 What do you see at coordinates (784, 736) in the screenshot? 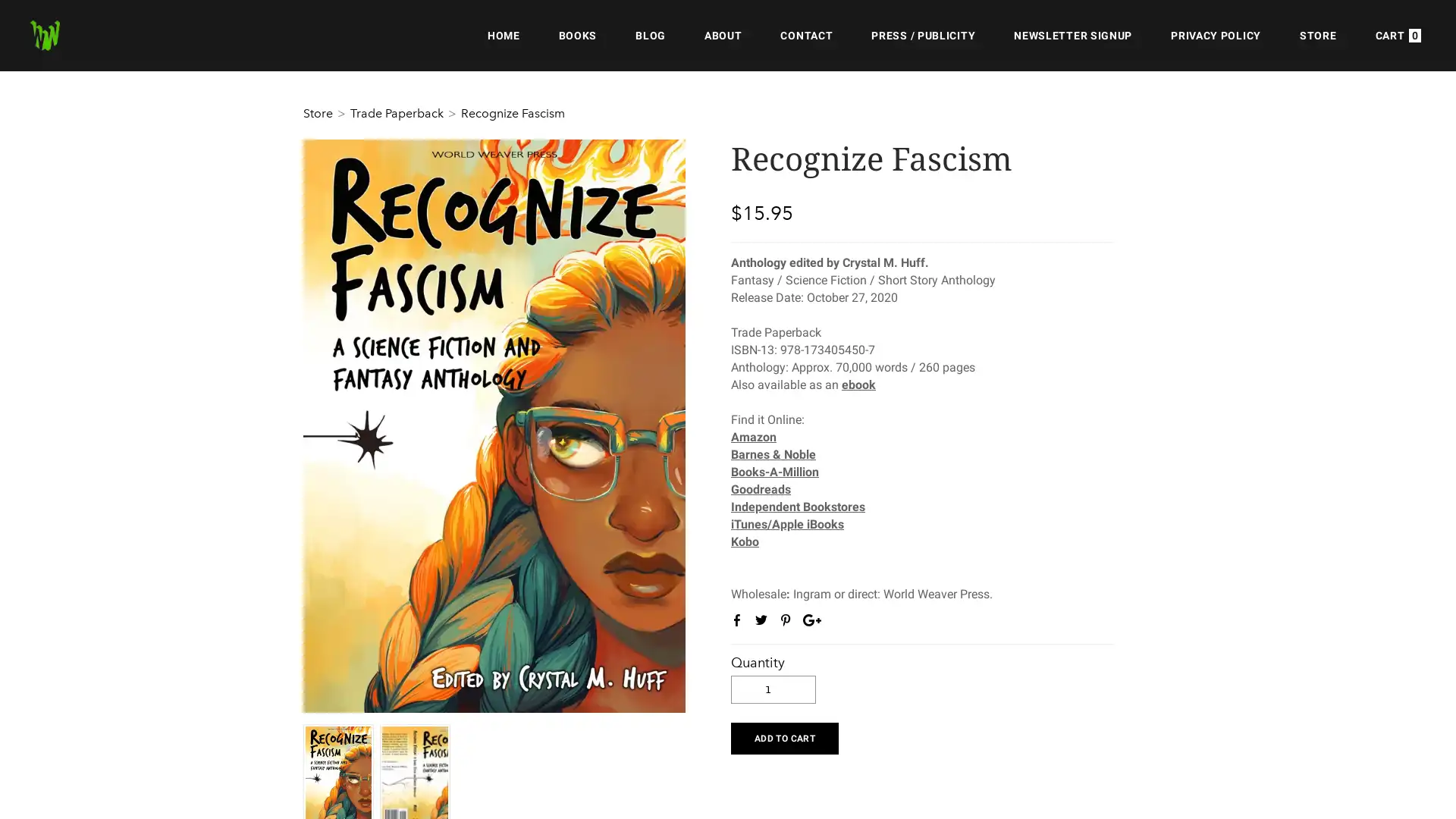
I see `ADD TO CART` at bounding box center [784, 736].